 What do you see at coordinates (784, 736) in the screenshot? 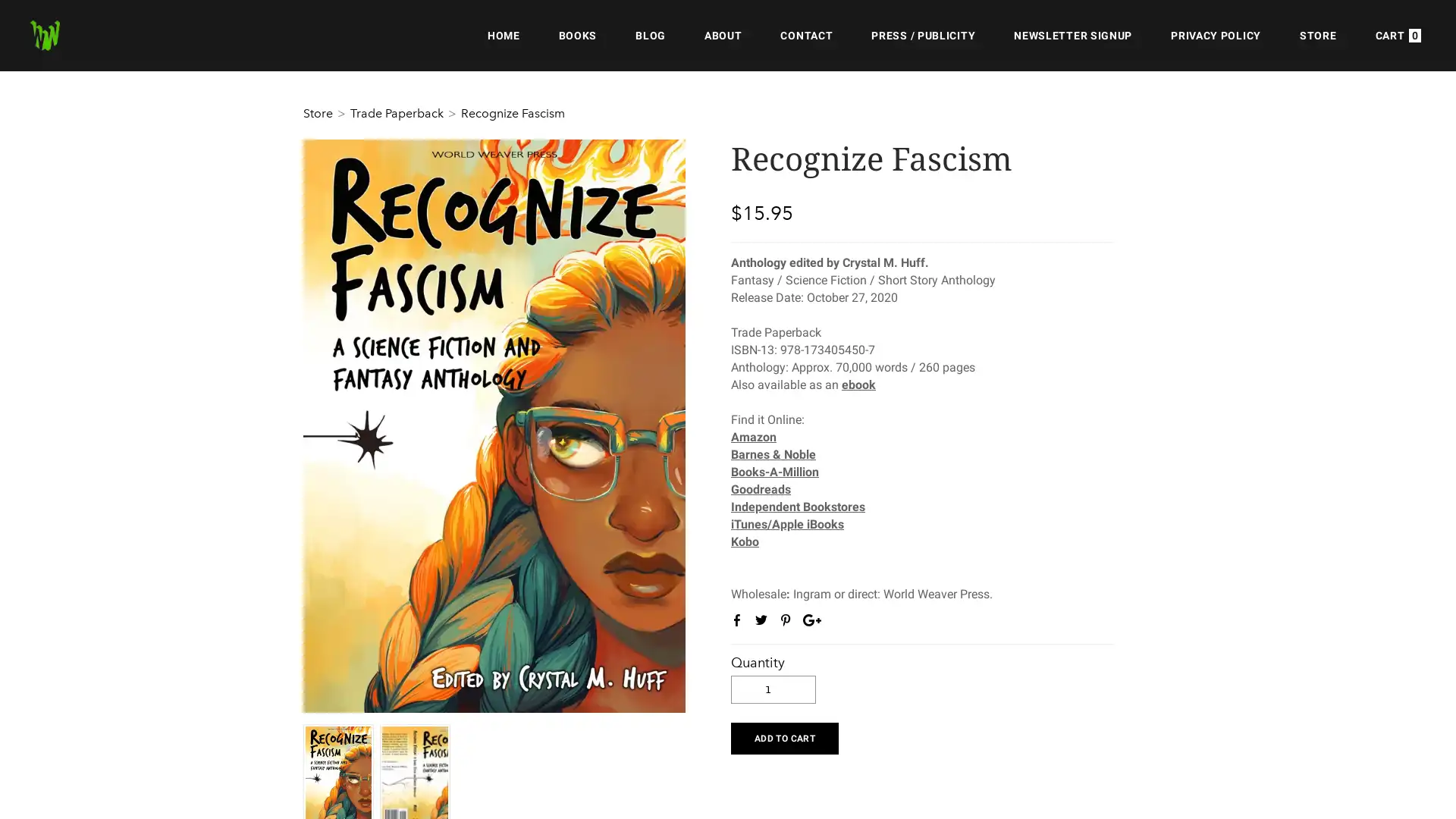
I see `ADD TO CART` at bounding box center [784, 736].